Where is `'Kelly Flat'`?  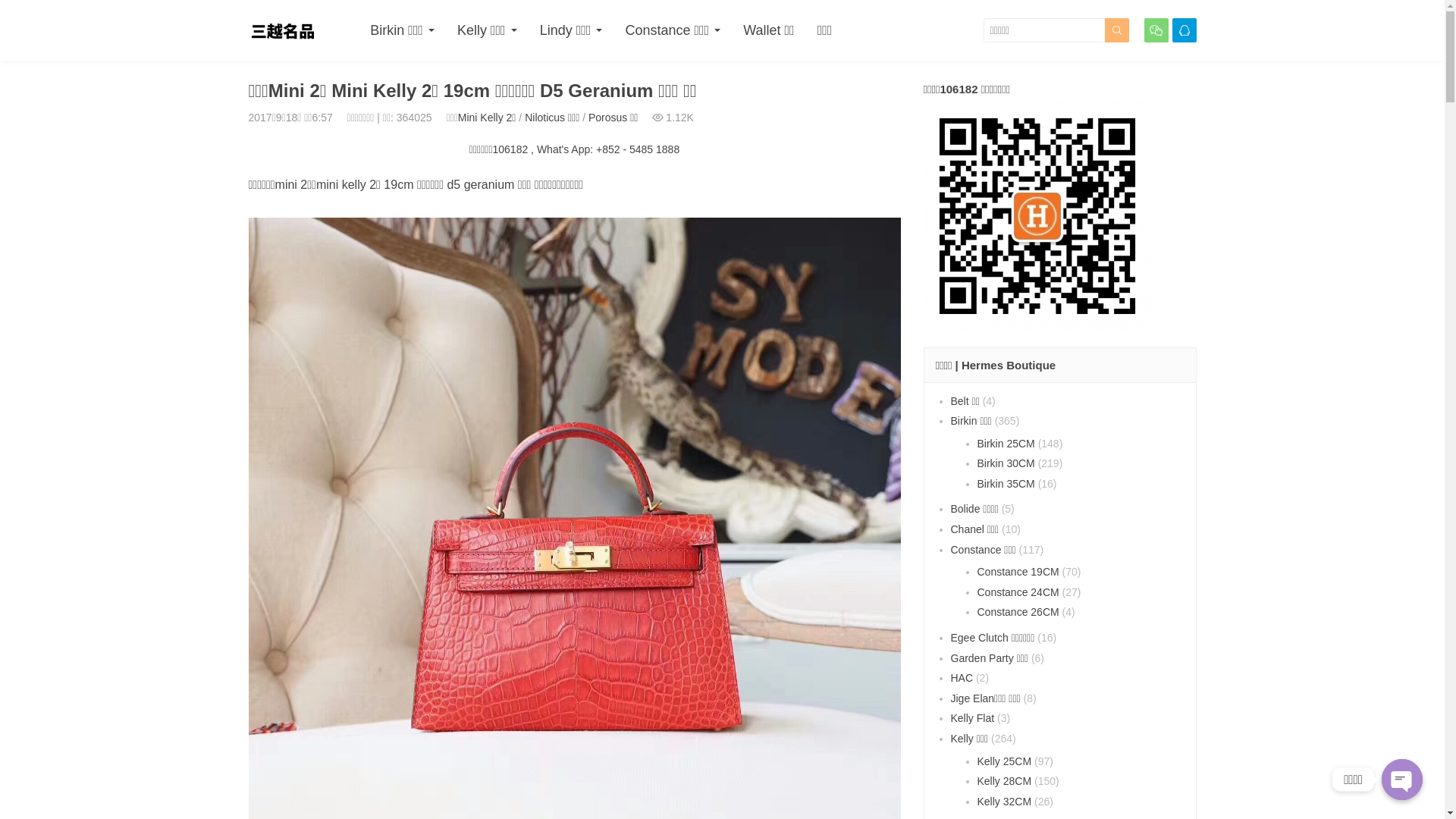 'Kelly Flat' is located at coordinates (972, 717).